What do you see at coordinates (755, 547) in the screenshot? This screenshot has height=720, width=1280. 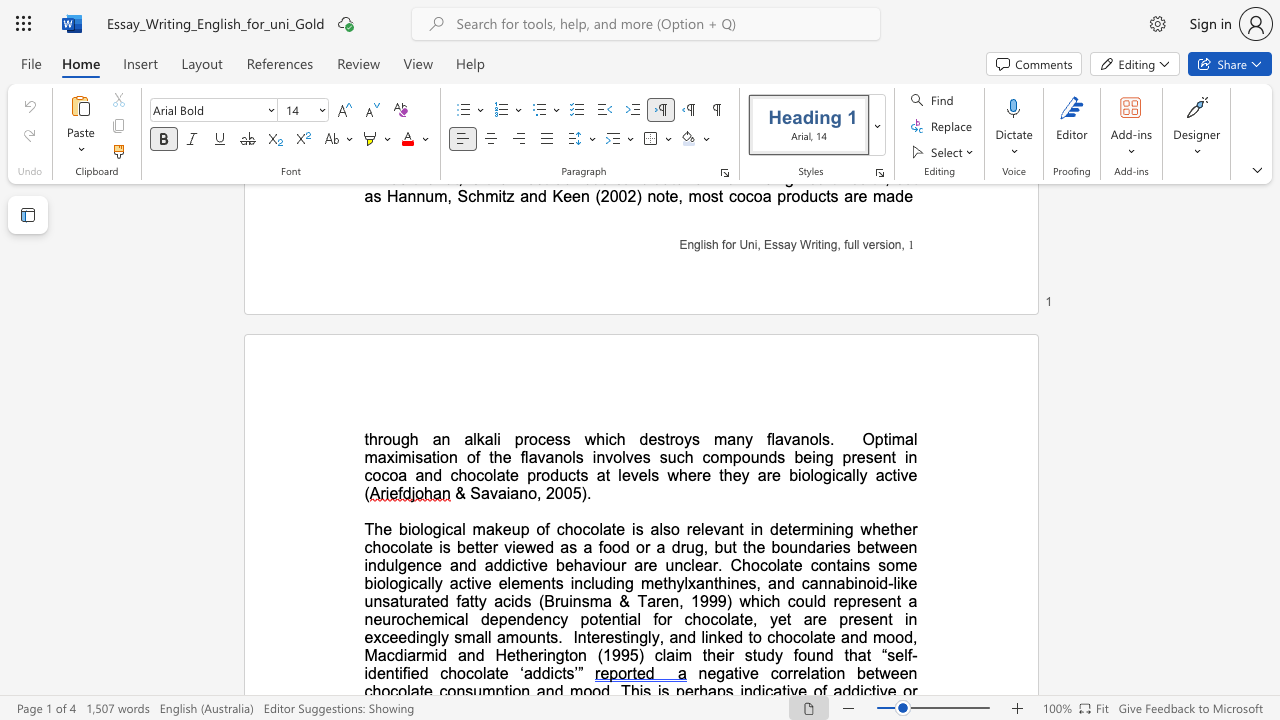 I see `the subset text "e boundaries between indulgence a" within the text "whether chocolate is better viewed as a food or a drug, but the boundaries between indulgence and addictive behaviour are unclear. Chocolate"` at bounding box center [755, 547].